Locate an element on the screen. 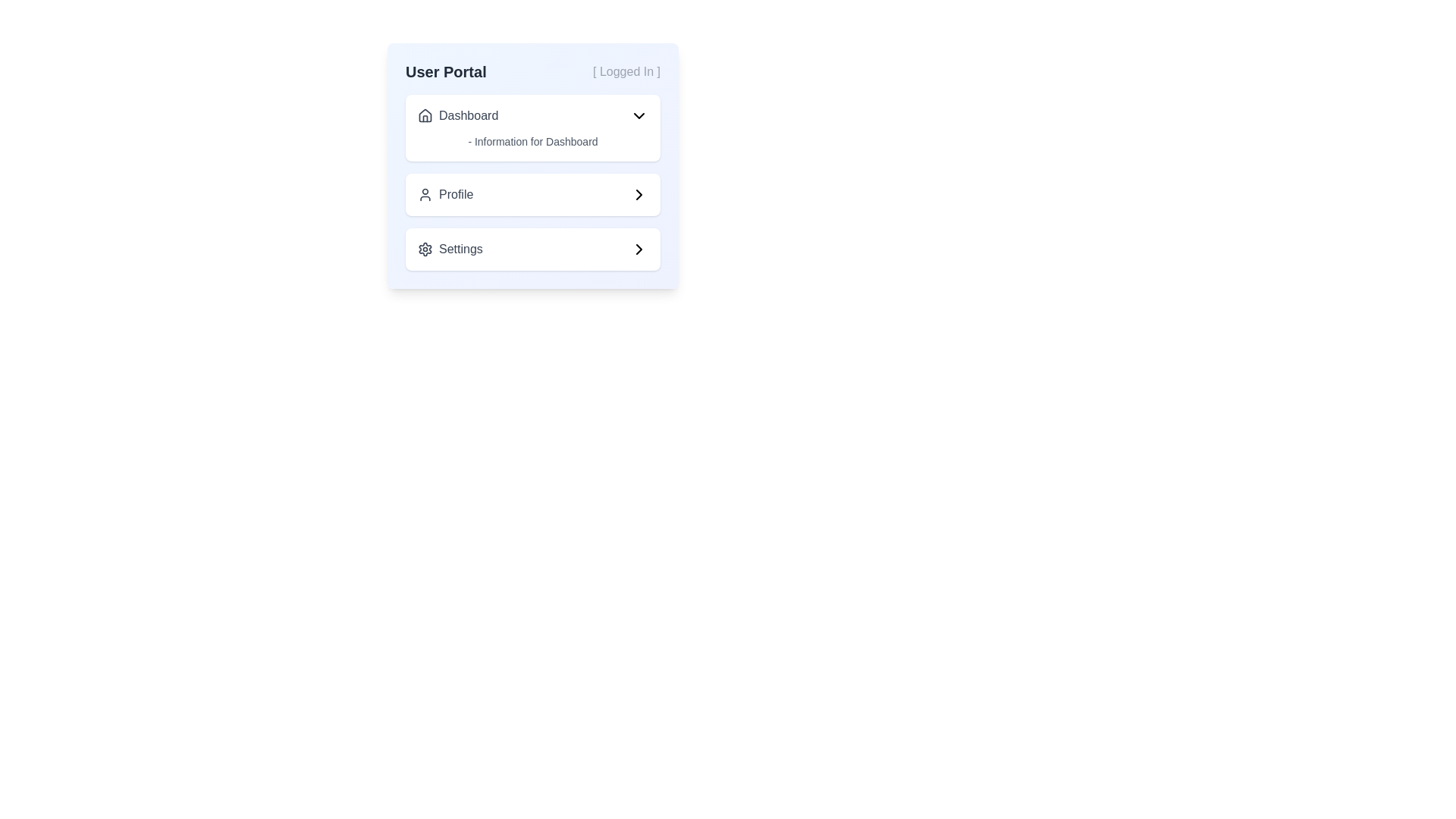 The height and width of the screenshot is (819, 1456). the Chevron icon located on the right side of the Dashboard section is located at coordinates (639, 115).